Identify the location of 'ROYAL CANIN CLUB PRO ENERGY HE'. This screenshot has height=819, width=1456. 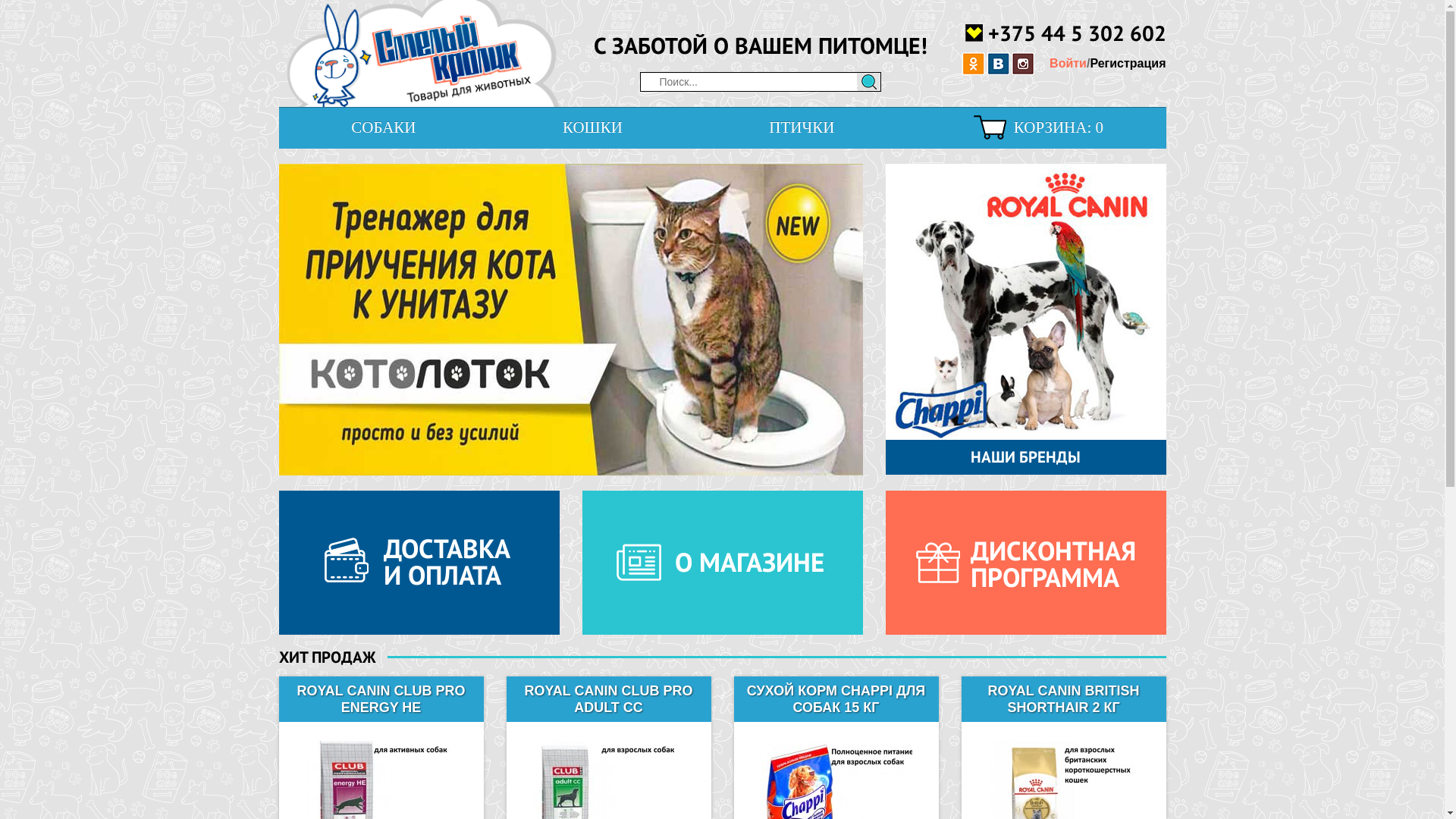
(381, 698).